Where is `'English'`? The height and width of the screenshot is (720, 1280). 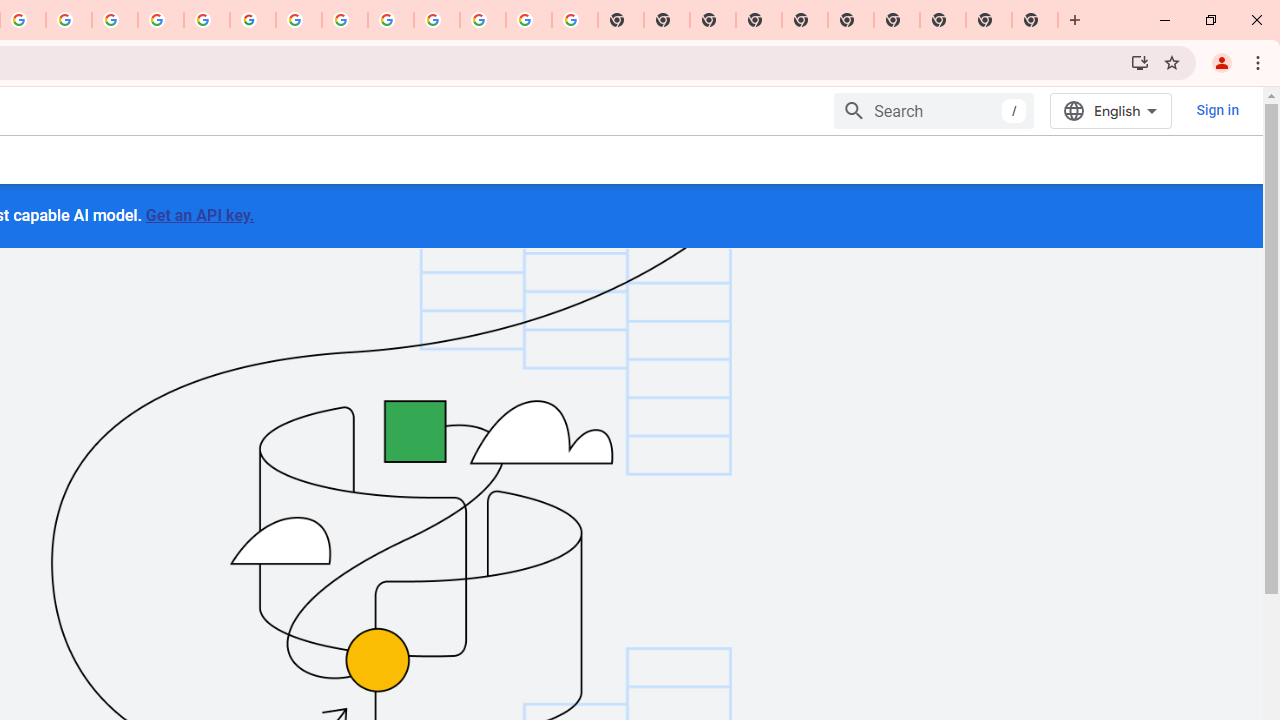
'English' is located at coordinates (1110, 110).